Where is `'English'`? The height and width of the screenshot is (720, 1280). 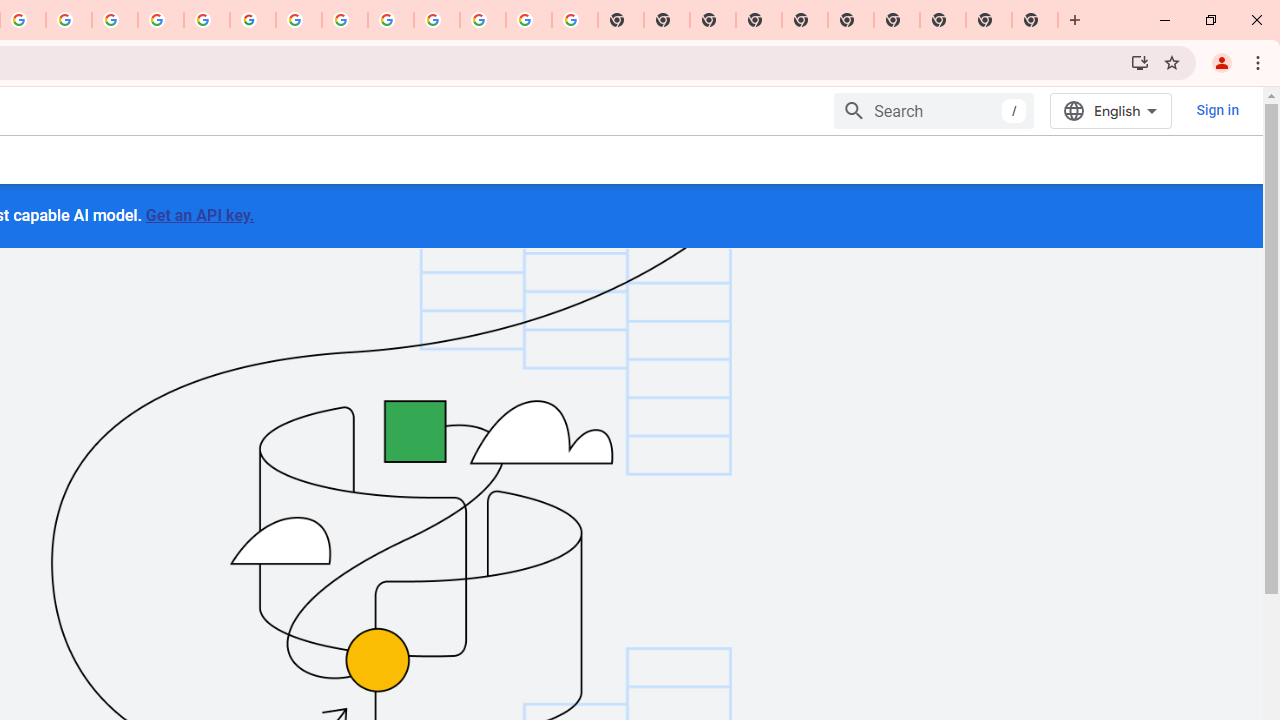
'English' is located at coordinates (1110, 110).